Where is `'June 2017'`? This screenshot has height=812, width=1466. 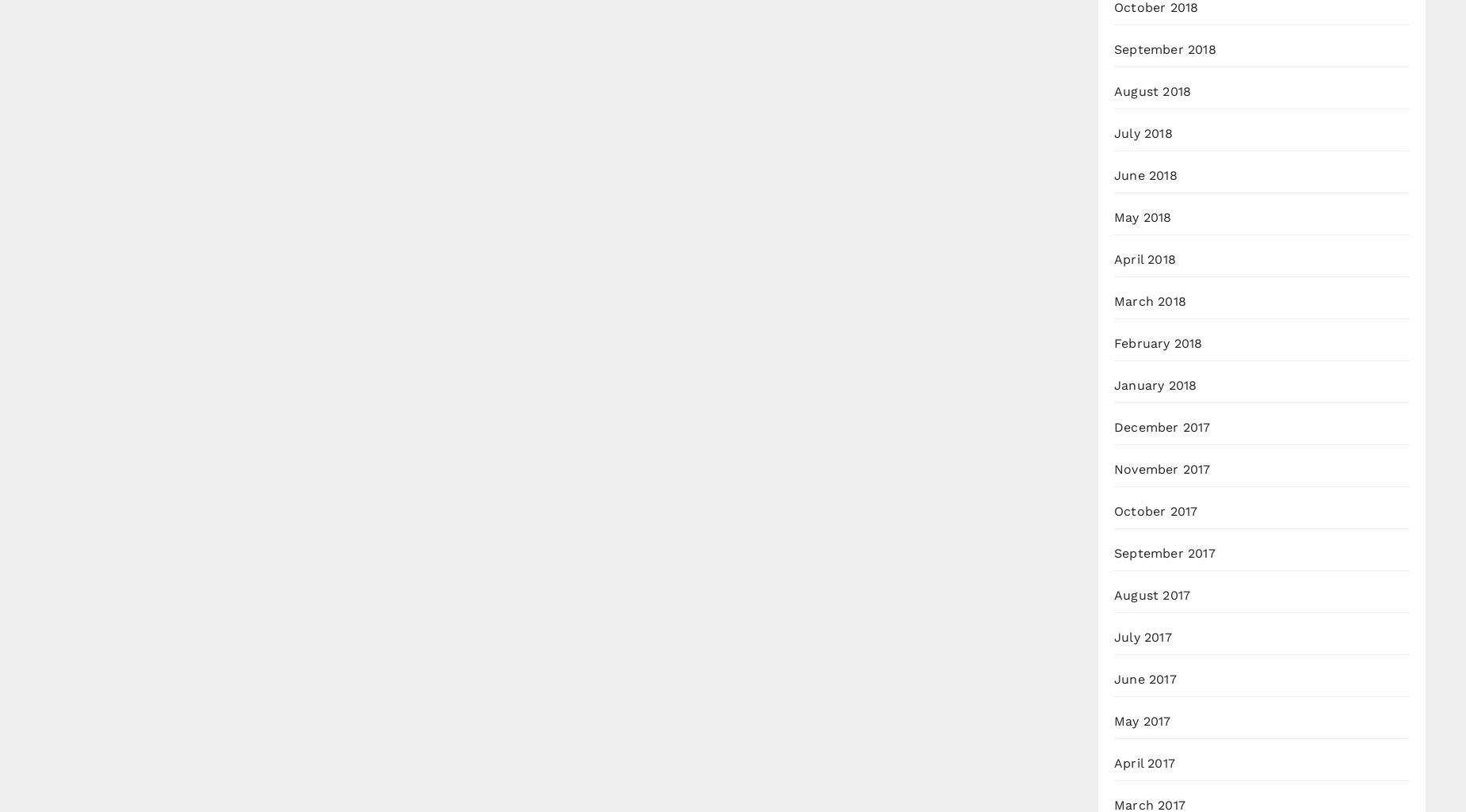
'June 2017' is located at coordinates (1145, 679).